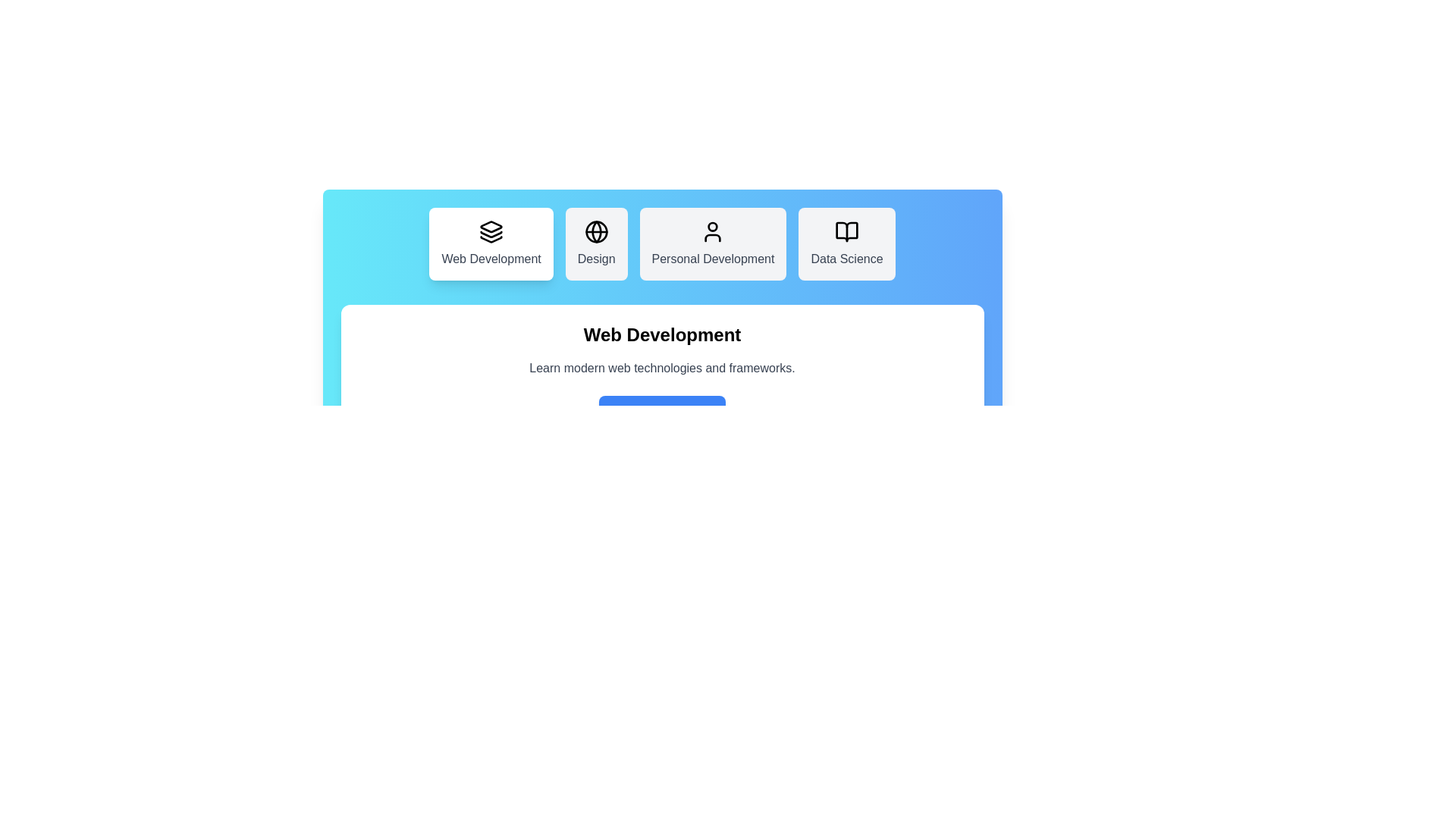  I want to click on the Personal Development tab to view its details, so click(712, 243).